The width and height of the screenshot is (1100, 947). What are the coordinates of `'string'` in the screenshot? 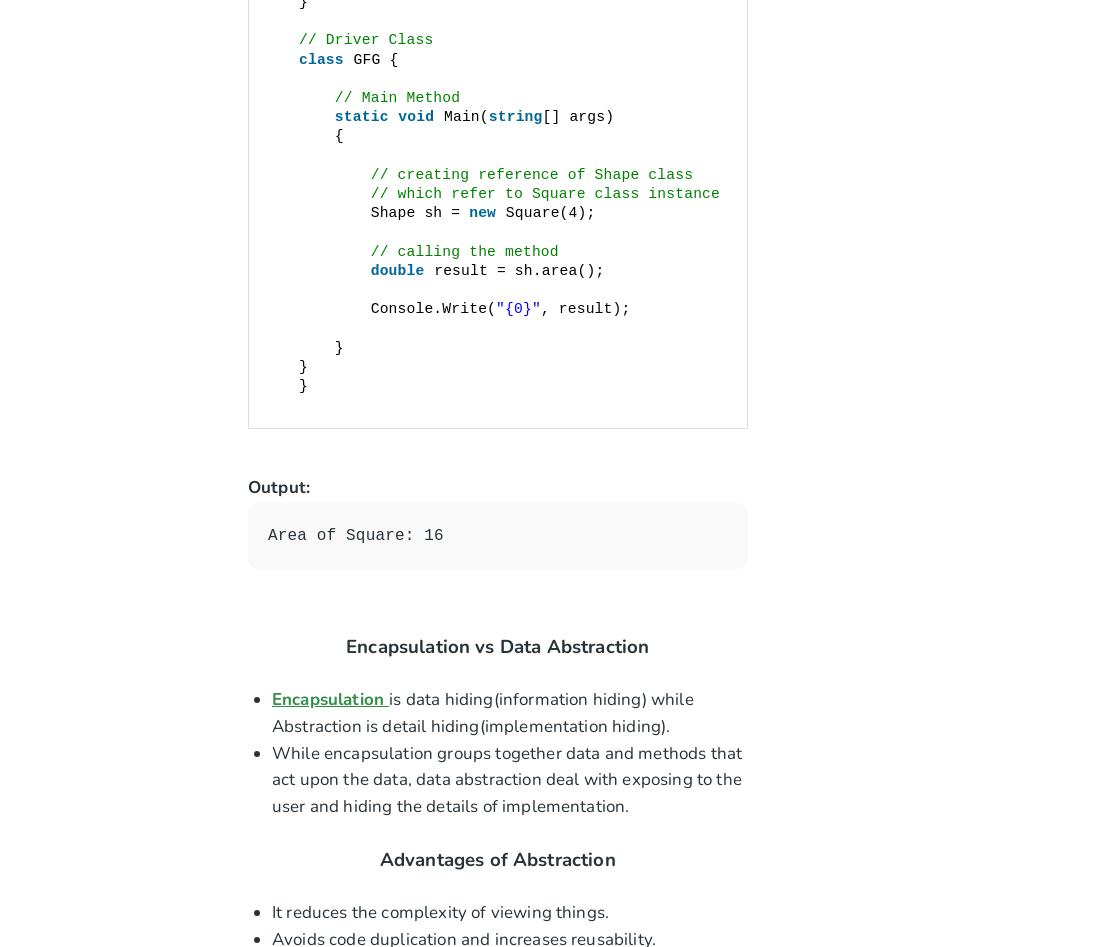 It's located at (515, 115).